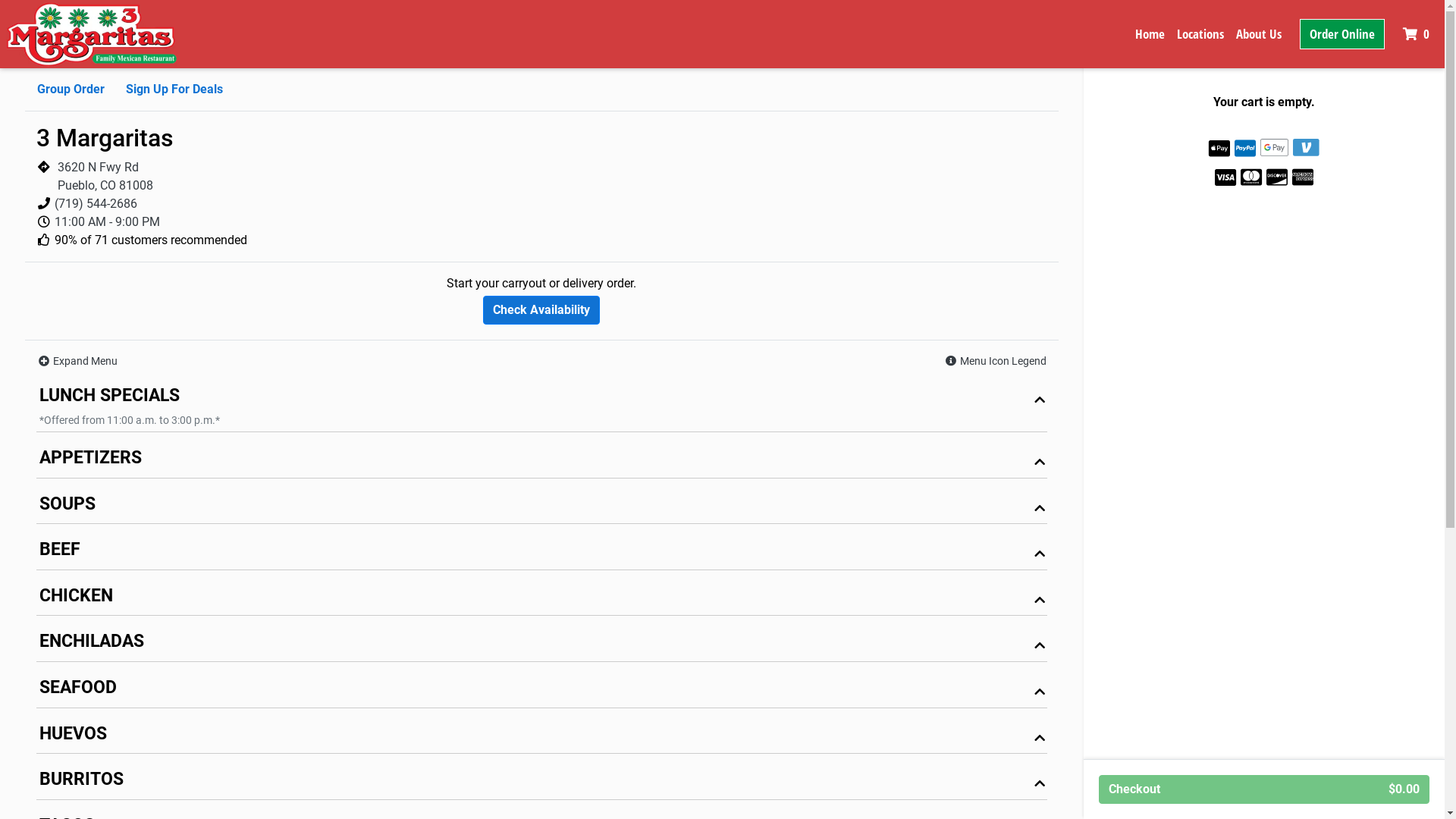 The image size is (1456, 819). What do you see at coordinates (541, 783) in the screenshot?
I see `'BURRITOS'` at bounding box center [541, 783].